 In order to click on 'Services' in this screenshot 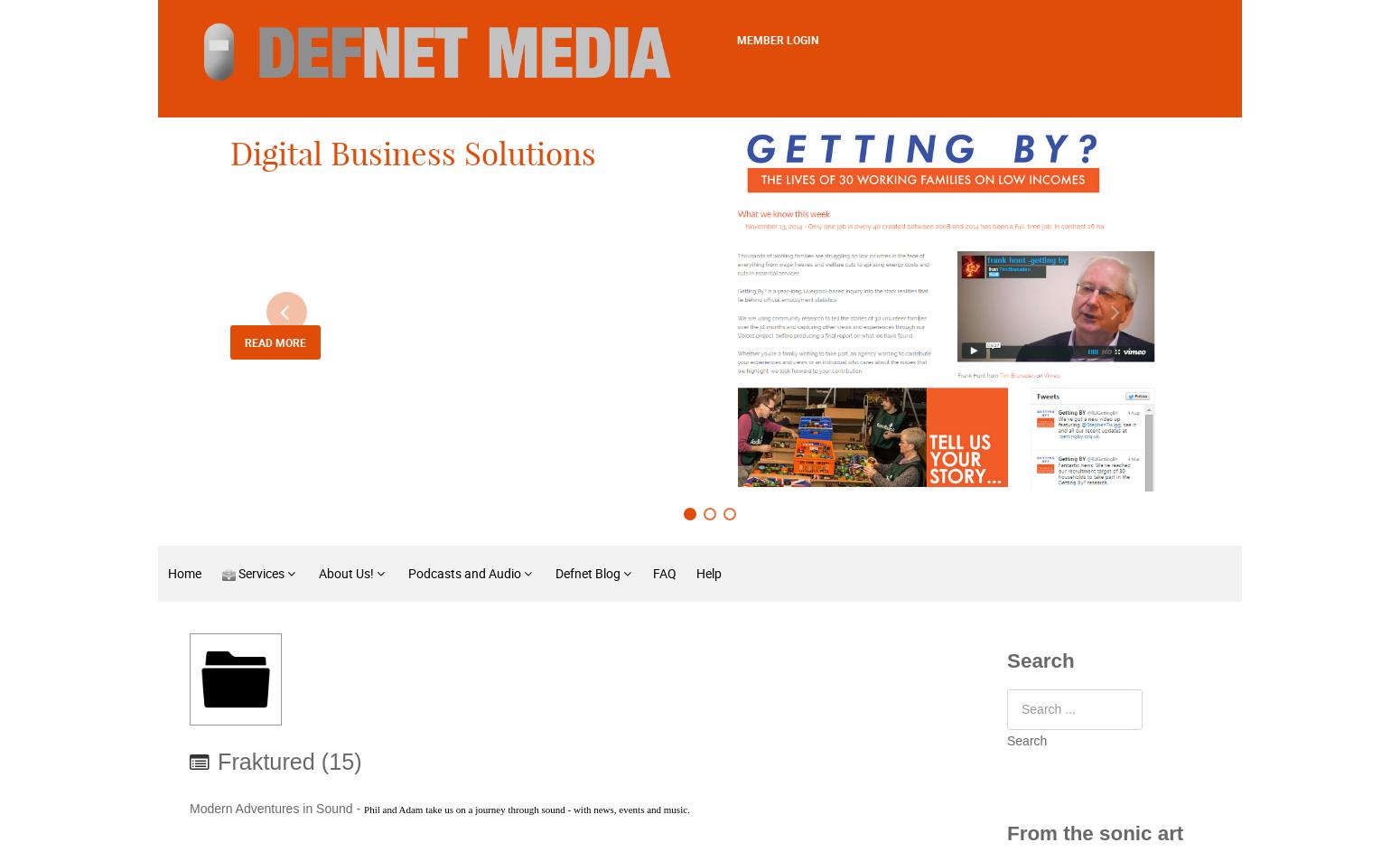, I will do `click(261, 573)`.